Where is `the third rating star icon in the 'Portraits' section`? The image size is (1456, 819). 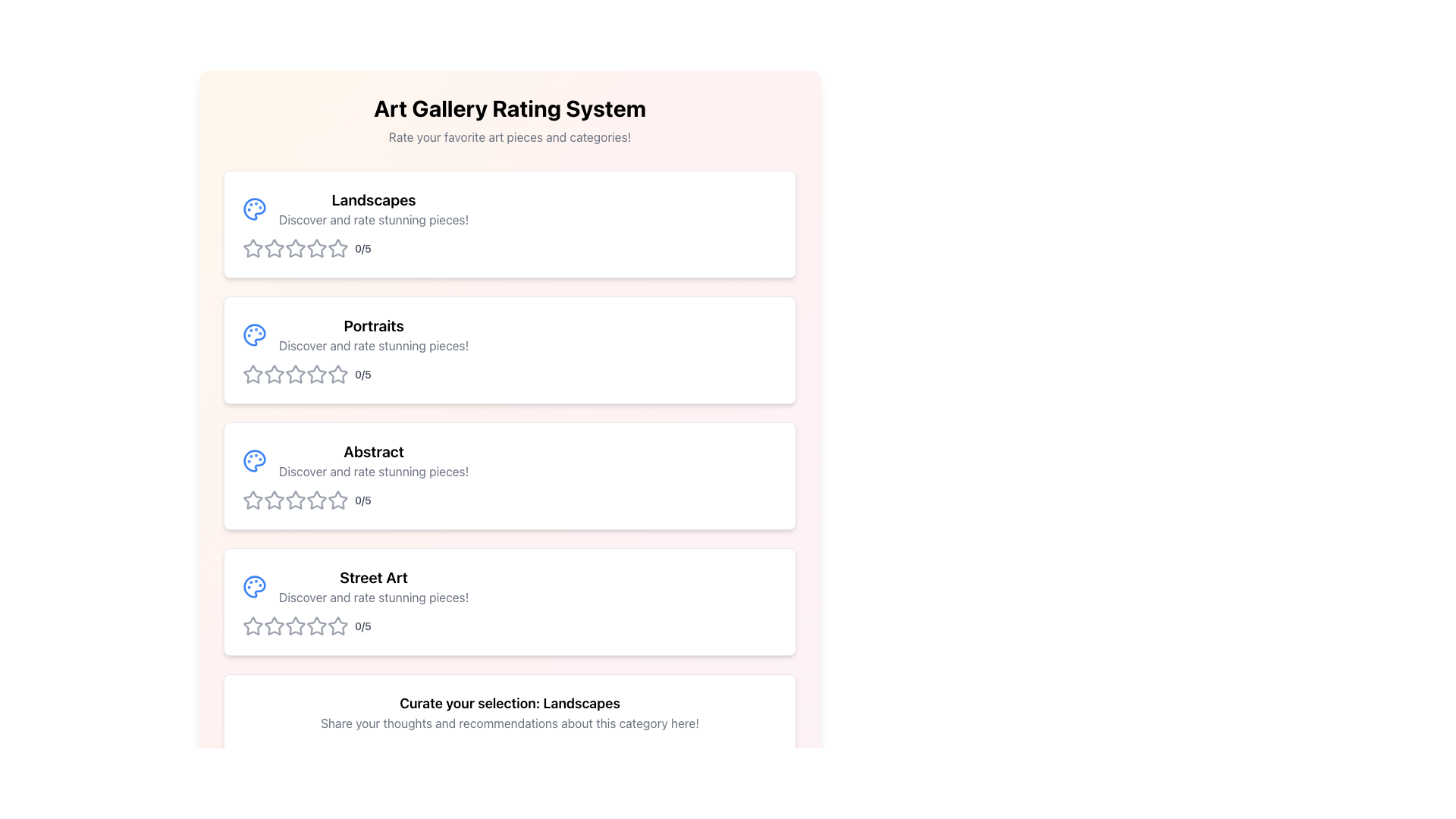 the third rating star icon in the 'Portraits' section is located at coordinates (315, 374).